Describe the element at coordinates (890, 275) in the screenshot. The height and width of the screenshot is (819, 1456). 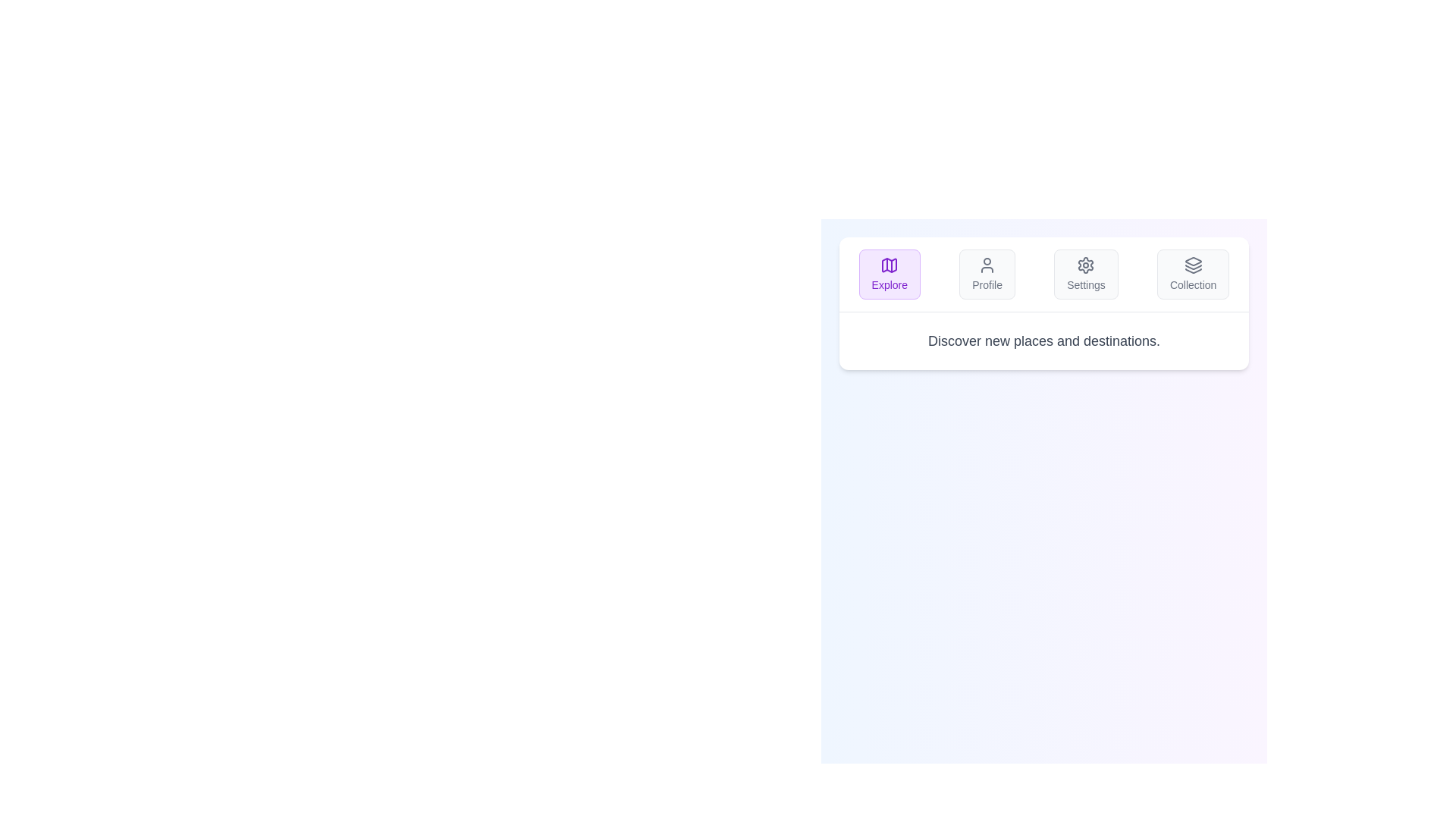
I see `the 'Explore' button located at the top-left corner of the horizontal list of navigation buttons` at that location.